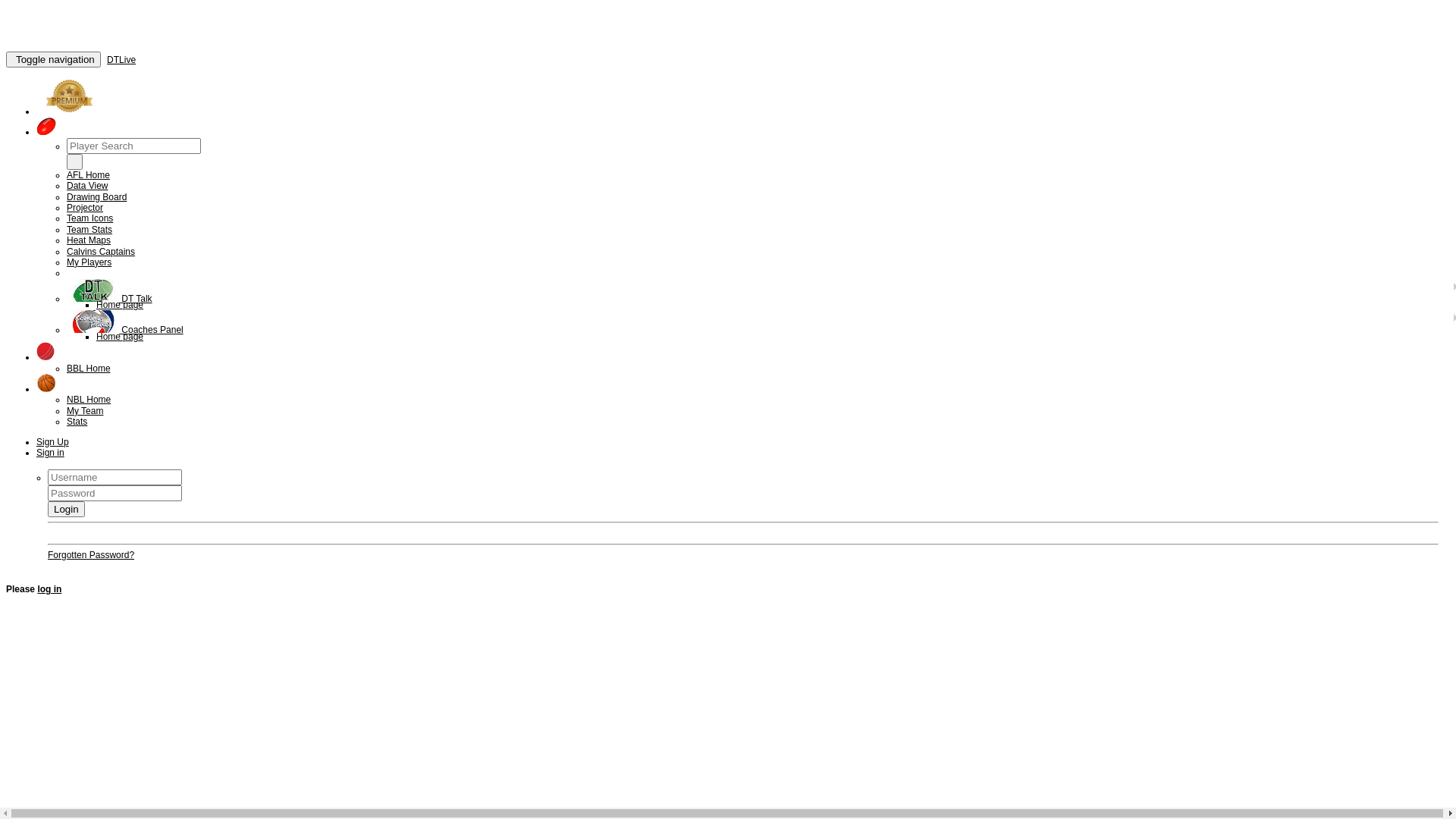 The height and width of the screenshot is (819, 1456). What do you see at coordinates (108, 298) in the screenshot?
I see `'DT Talk'` at bounding box center [108, 298].